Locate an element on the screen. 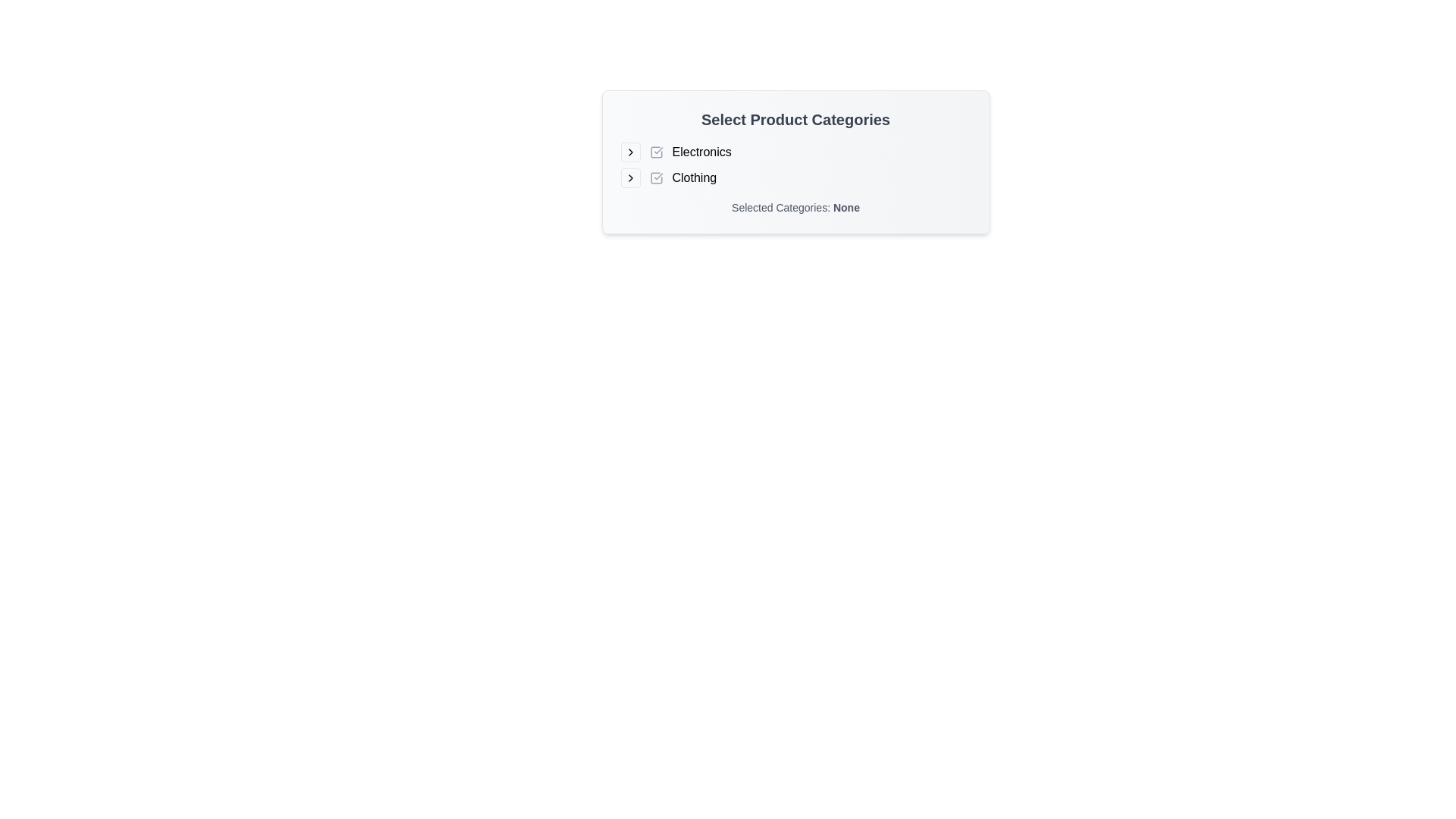 The width and height of the screenshot is (1456, 819). the rightward-pointing chevron icon within the button is located at coordinates (630, 177).